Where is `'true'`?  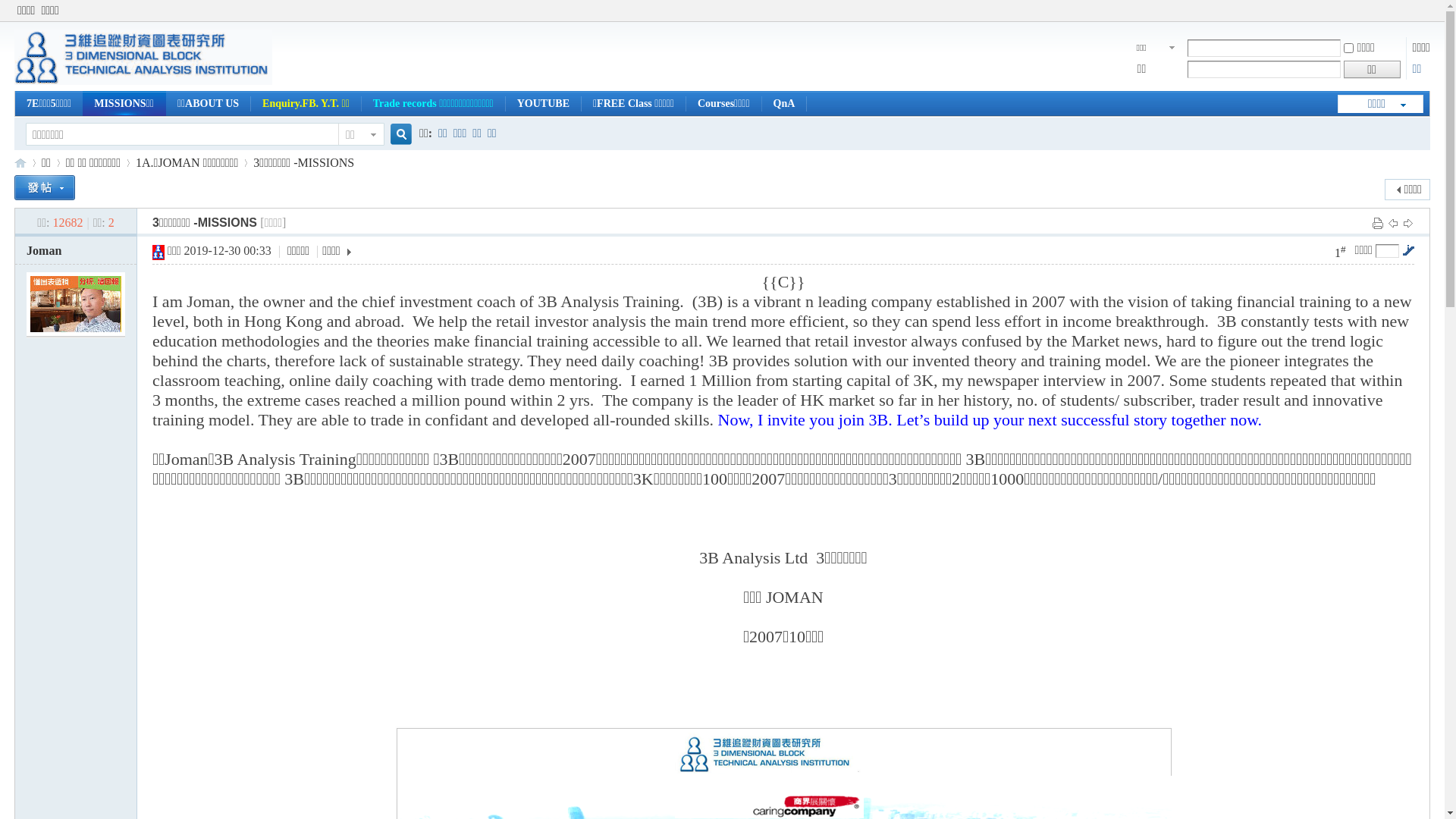
'true' is located at coordinates (397, 133).